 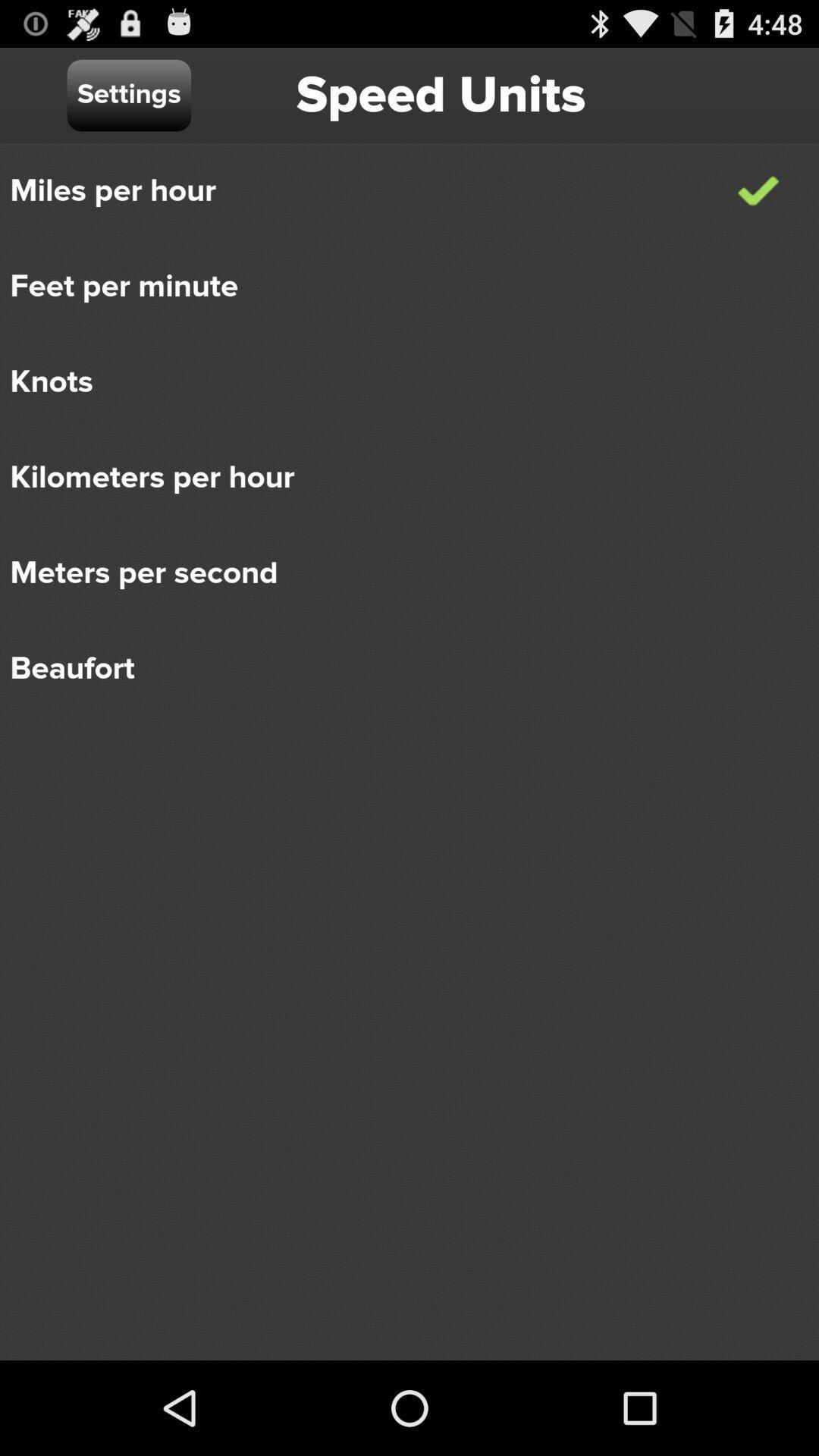 I want to click on the beaufort item, so click(x=398, y=668).